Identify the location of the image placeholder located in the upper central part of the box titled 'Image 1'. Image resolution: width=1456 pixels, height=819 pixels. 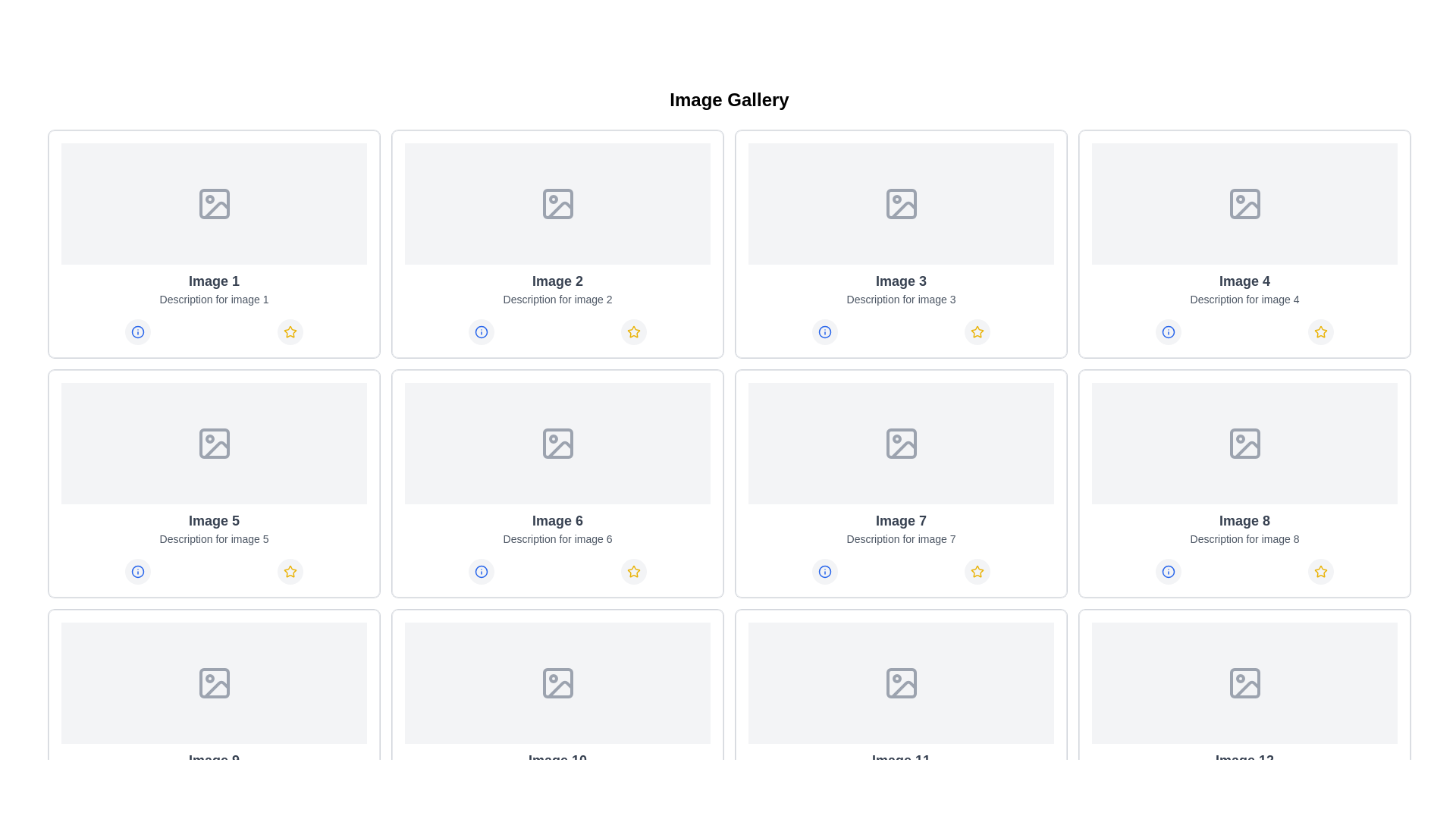
(213, 203).